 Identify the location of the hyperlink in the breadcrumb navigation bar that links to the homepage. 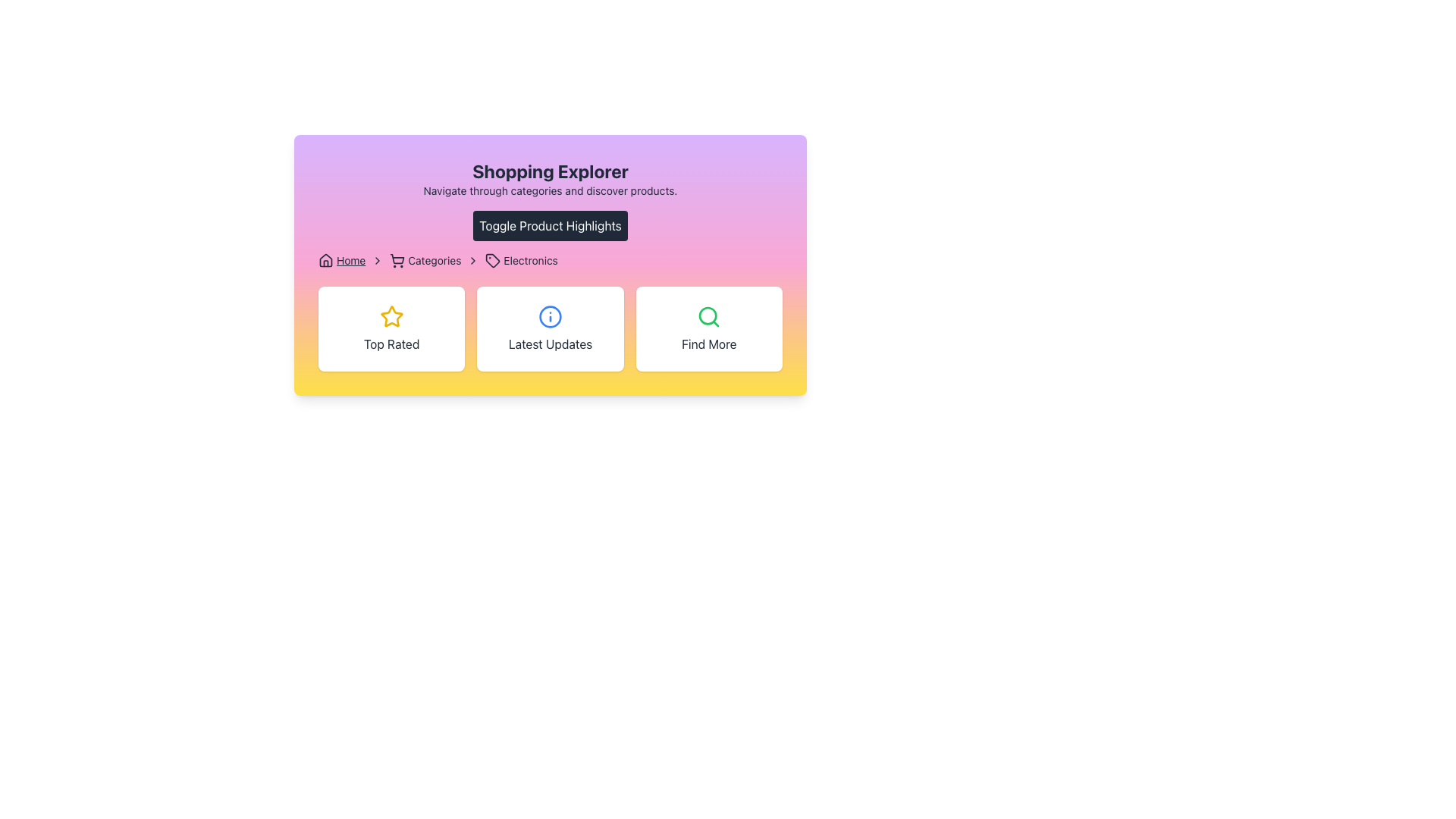
(350, 259).